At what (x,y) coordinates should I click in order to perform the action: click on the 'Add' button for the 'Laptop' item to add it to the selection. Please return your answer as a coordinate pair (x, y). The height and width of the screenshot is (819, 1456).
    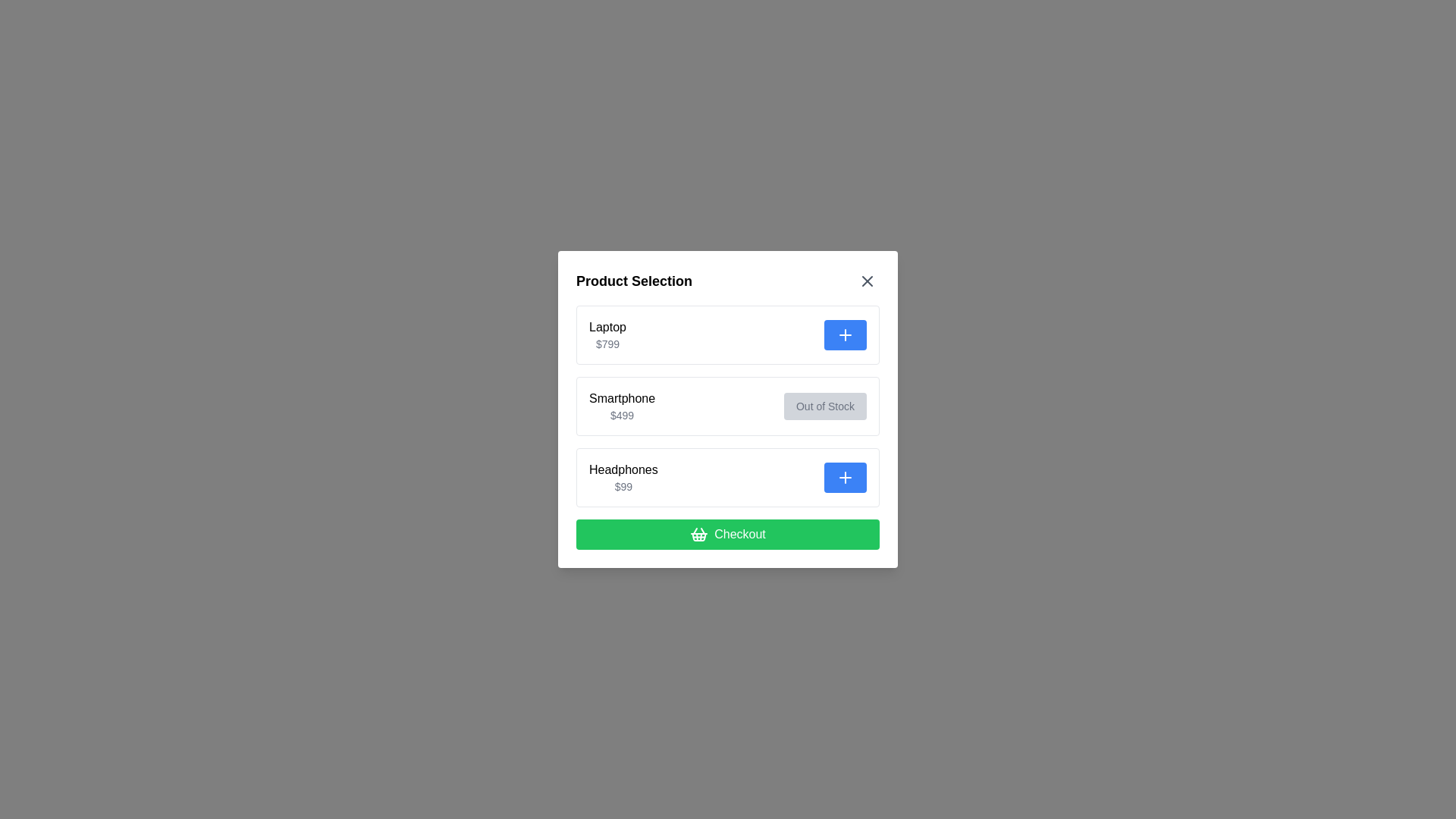
    Looking at the image, I should click on (844, 334).